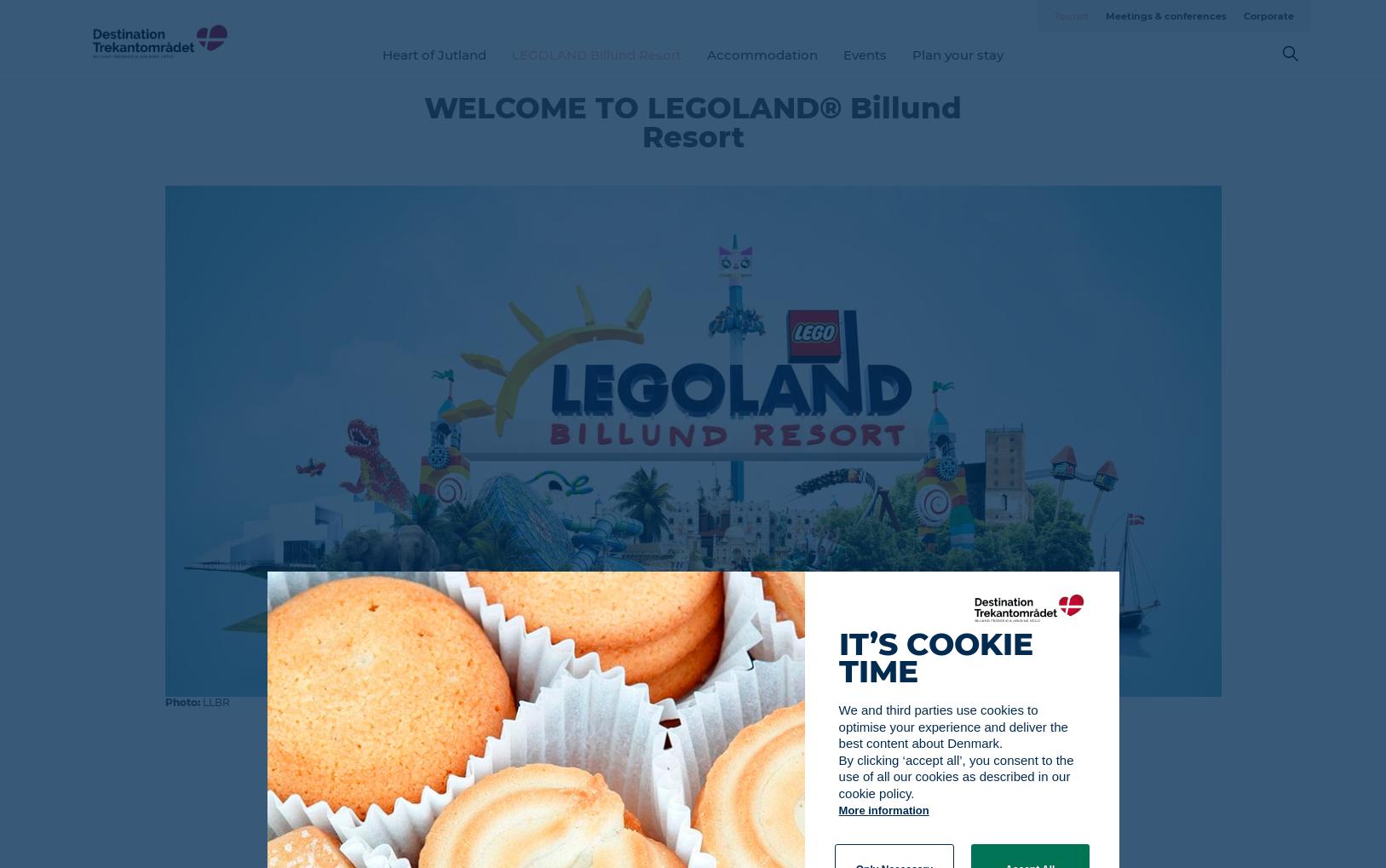  I want to click on 'WELCOME TO LEGOLAND® Billund Resort', so click(424, 122).